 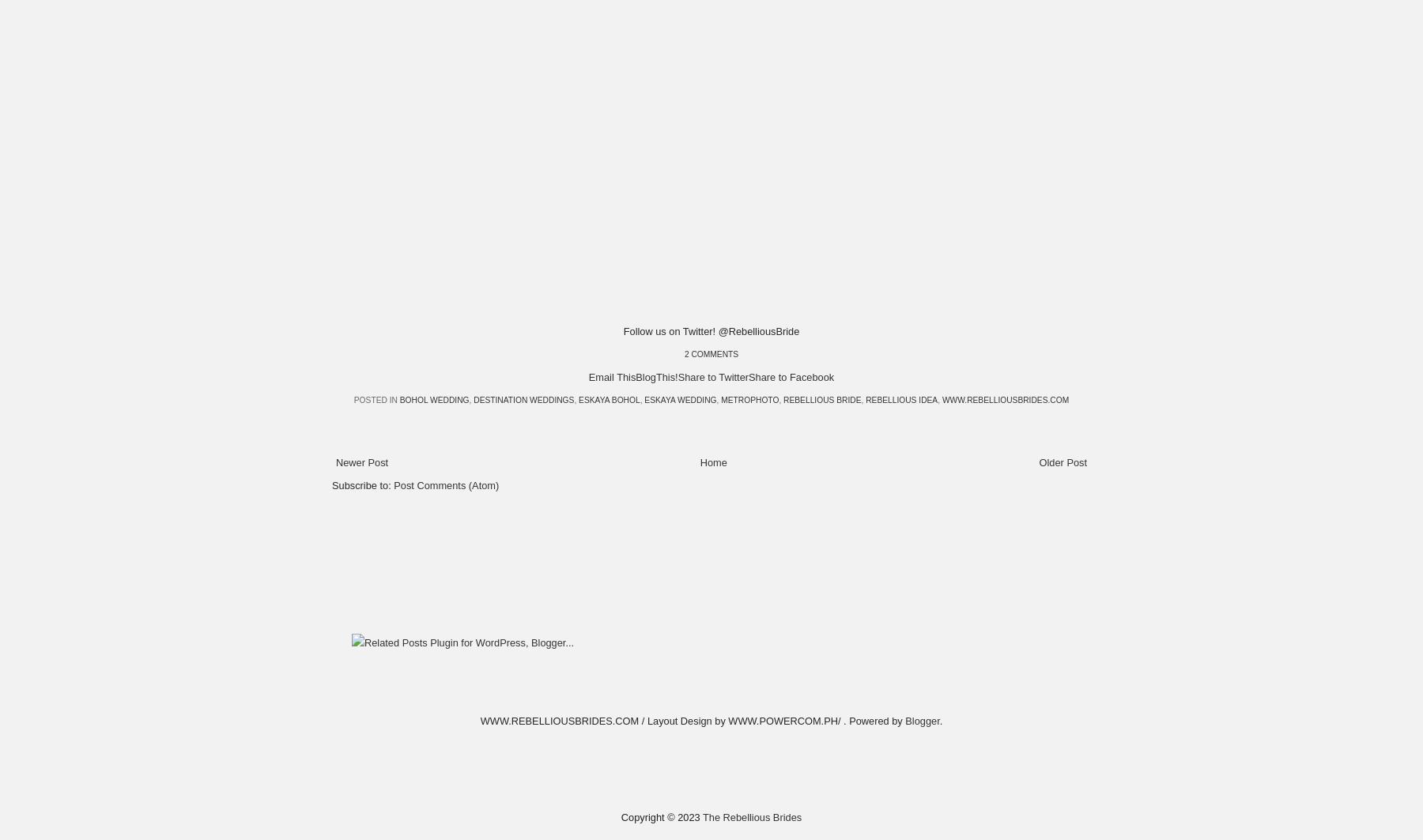 I want to click on 'www.rebelliousbrides.com', so click(x=1005, y=399).